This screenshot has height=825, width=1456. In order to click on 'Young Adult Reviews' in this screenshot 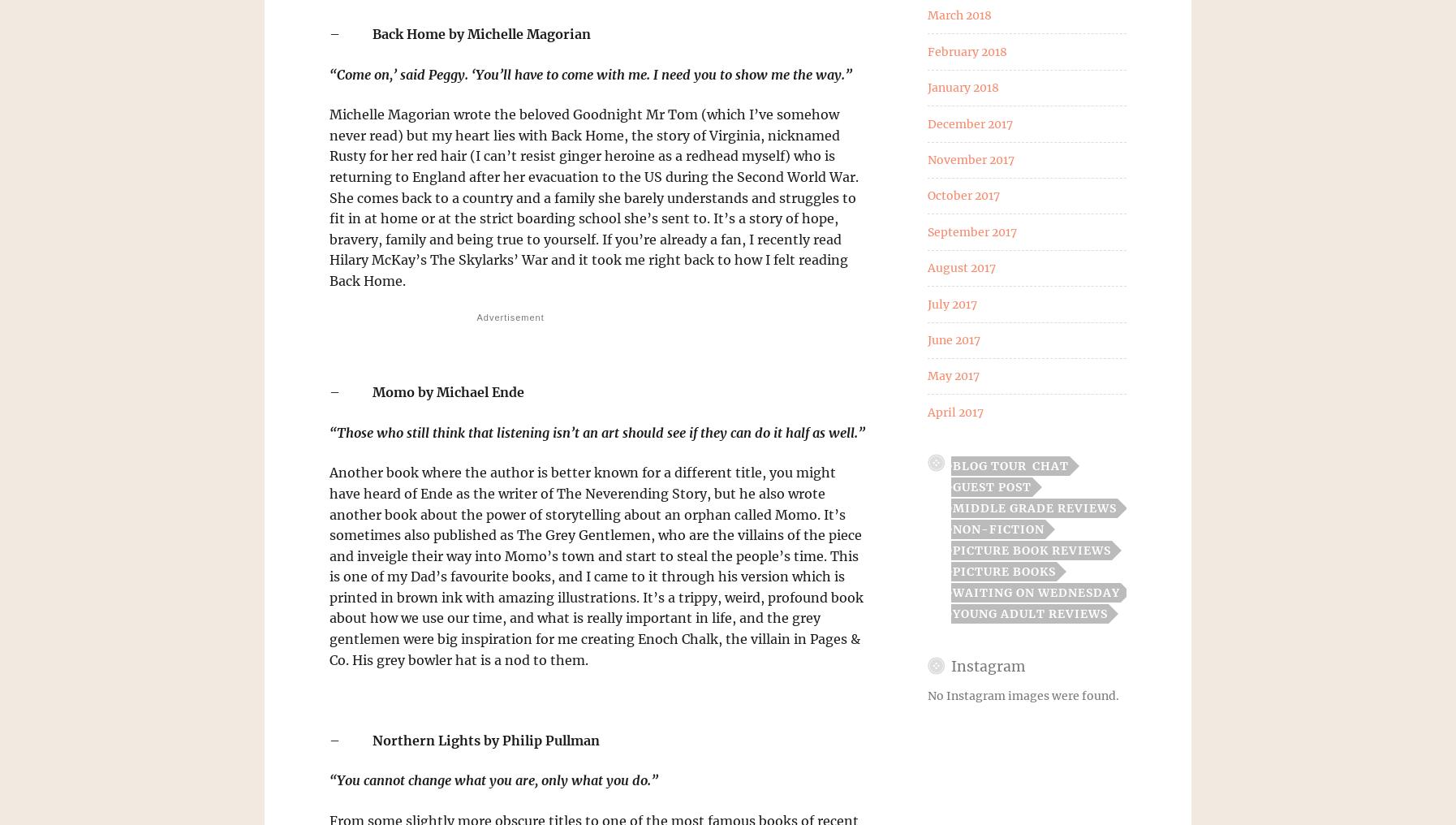, I will do `click(1029, 614)`.